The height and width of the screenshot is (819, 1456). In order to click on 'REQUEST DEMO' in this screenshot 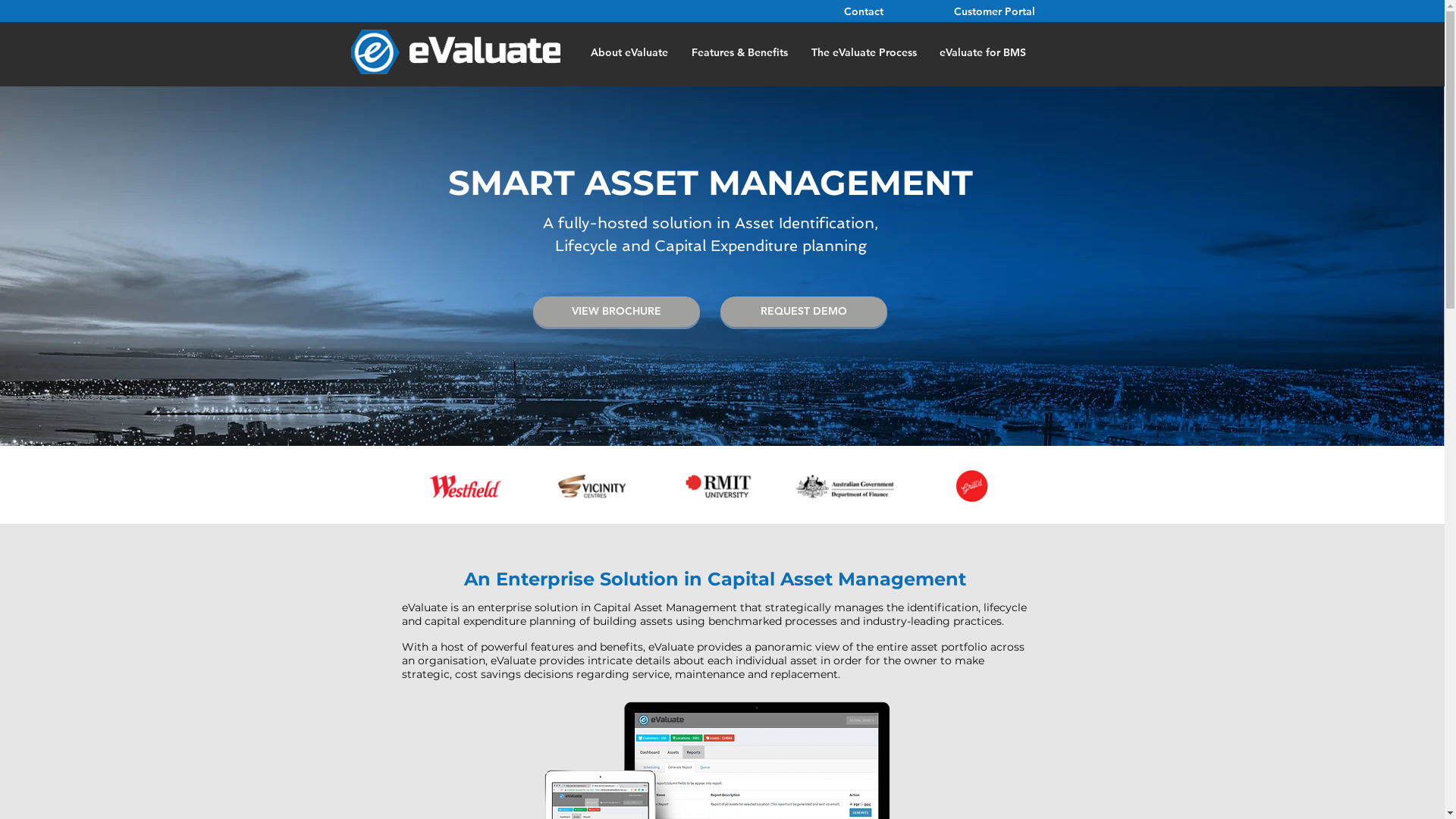, I will do `click(803, 309)`.